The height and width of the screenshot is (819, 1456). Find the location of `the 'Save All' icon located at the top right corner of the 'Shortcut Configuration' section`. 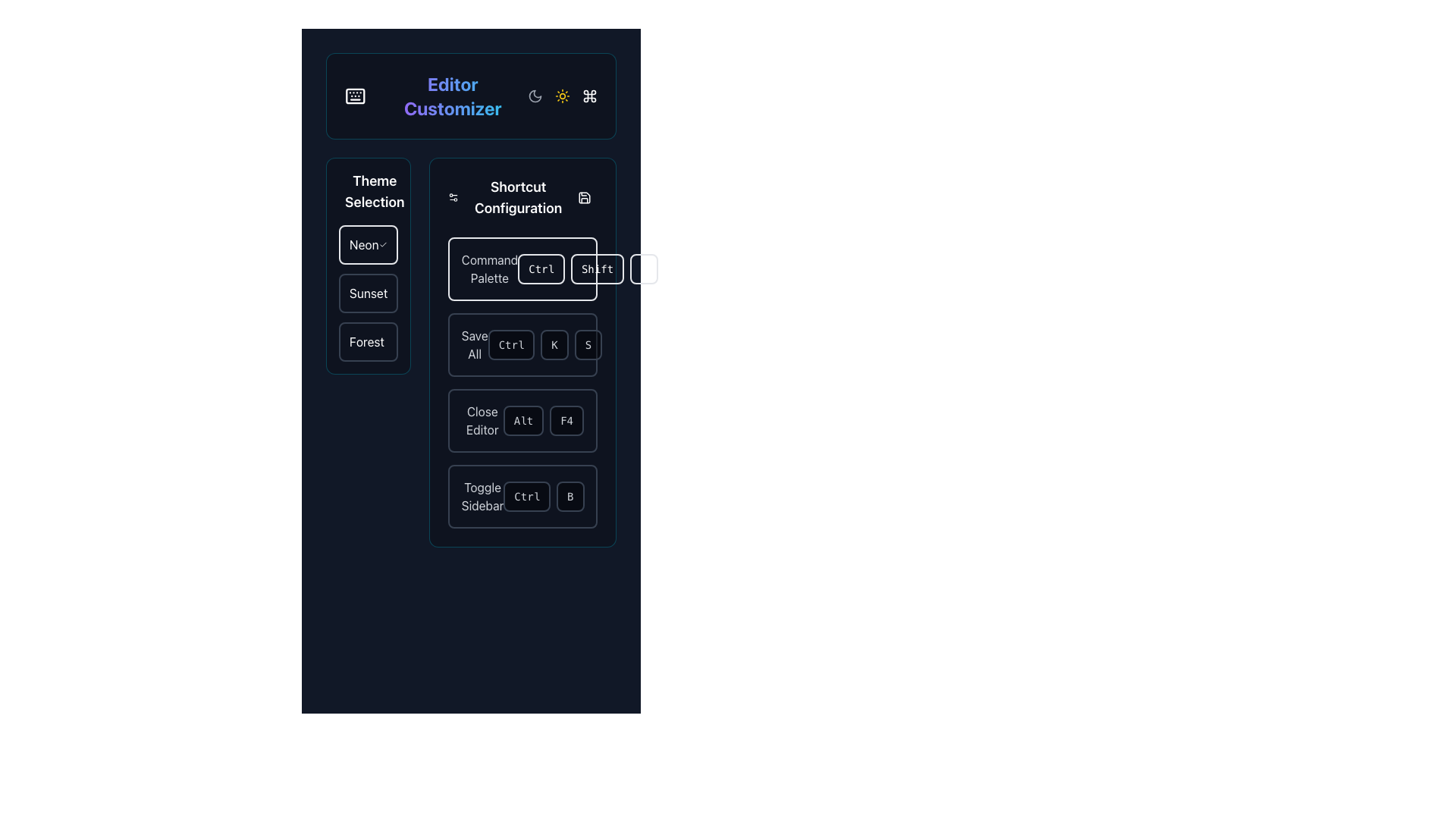

the 'Save All' icon located at the top right corner of the 'Shortcut Configuration' section is located at coordinates (584, 197).